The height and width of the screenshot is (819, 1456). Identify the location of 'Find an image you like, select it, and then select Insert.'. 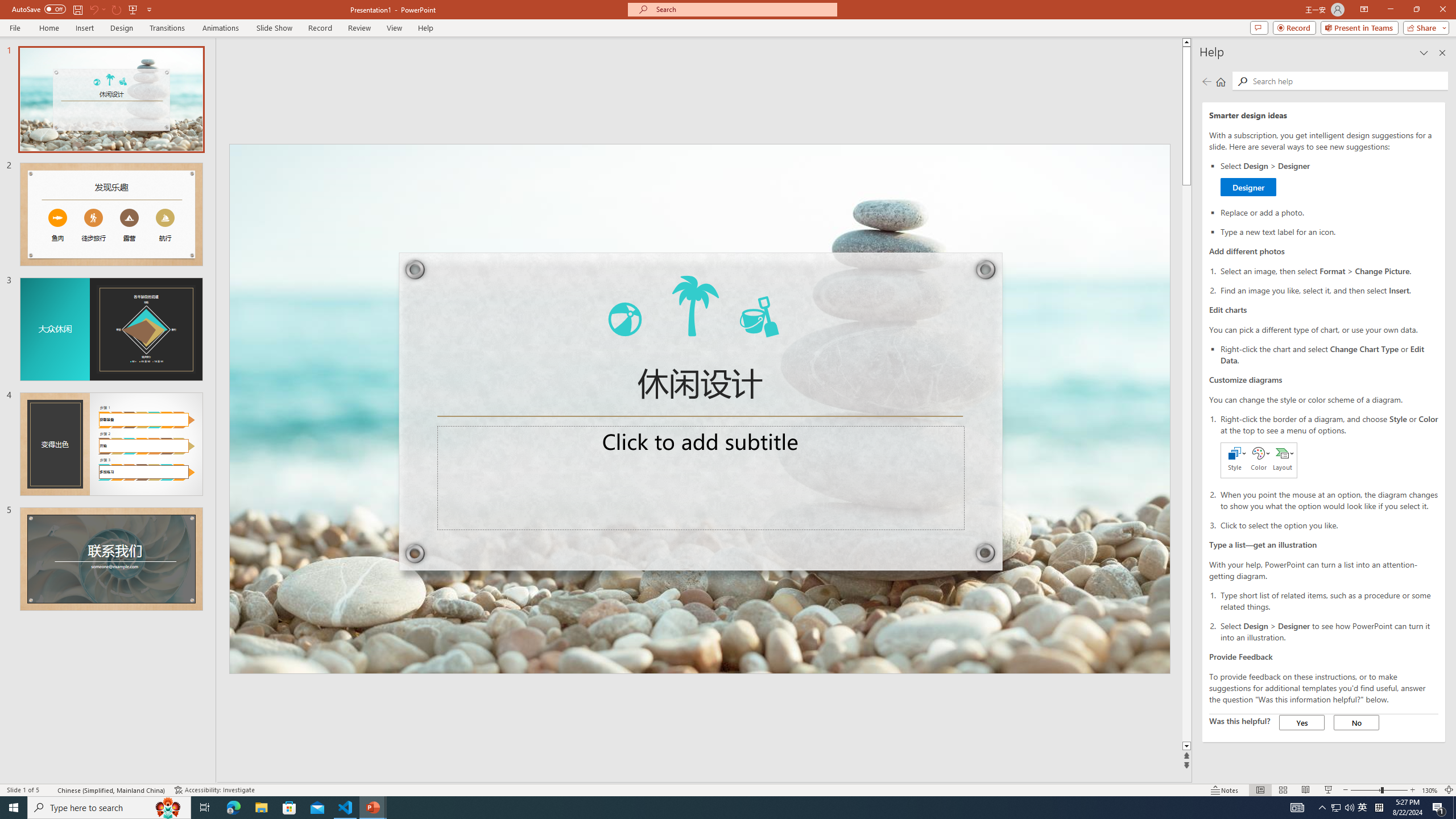
(1329, 289).